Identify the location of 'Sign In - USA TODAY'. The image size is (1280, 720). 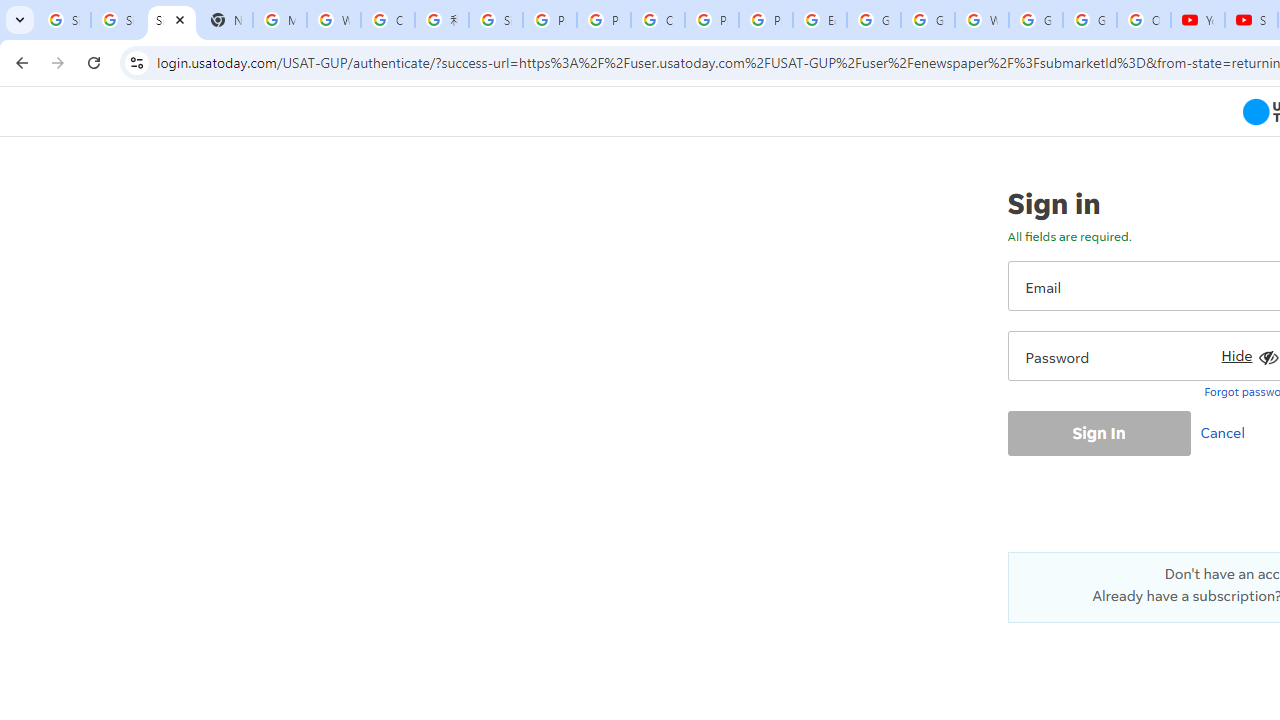
(171, 20).